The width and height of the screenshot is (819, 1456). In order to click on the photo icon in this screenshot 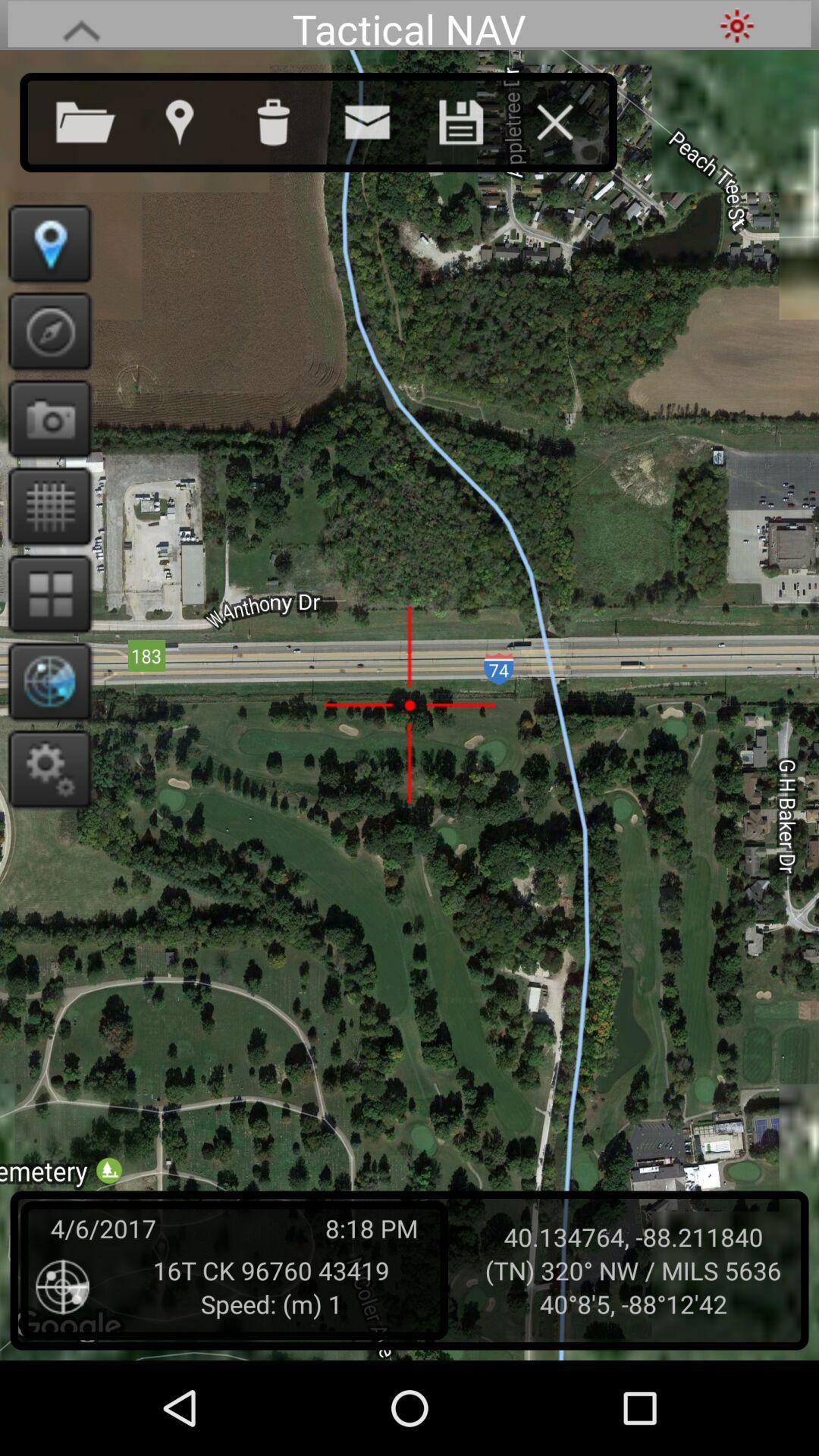, I will do `click(44, 447)`.